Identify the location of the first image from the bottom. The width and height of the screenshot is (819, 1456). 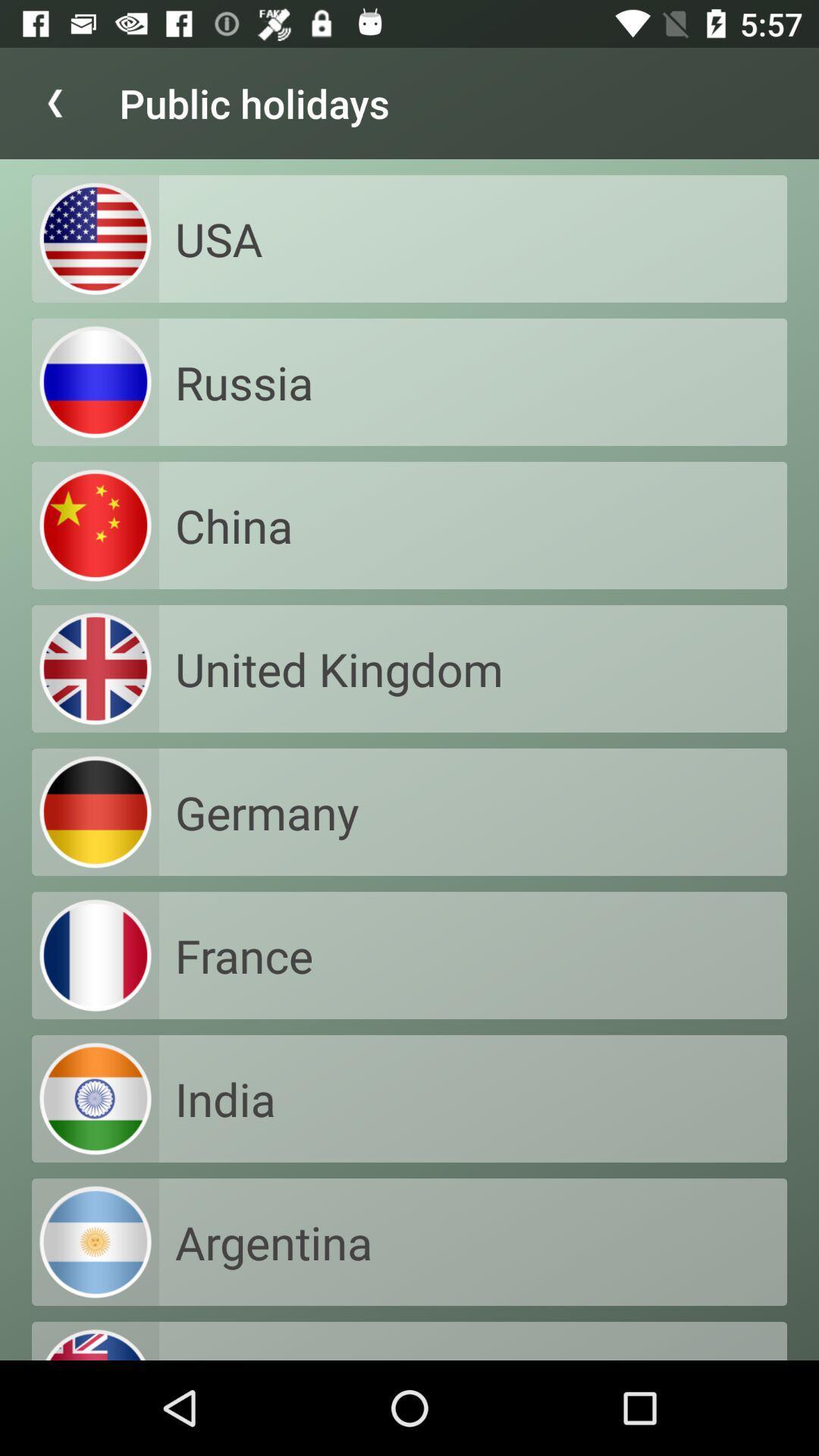
(96, 1241).